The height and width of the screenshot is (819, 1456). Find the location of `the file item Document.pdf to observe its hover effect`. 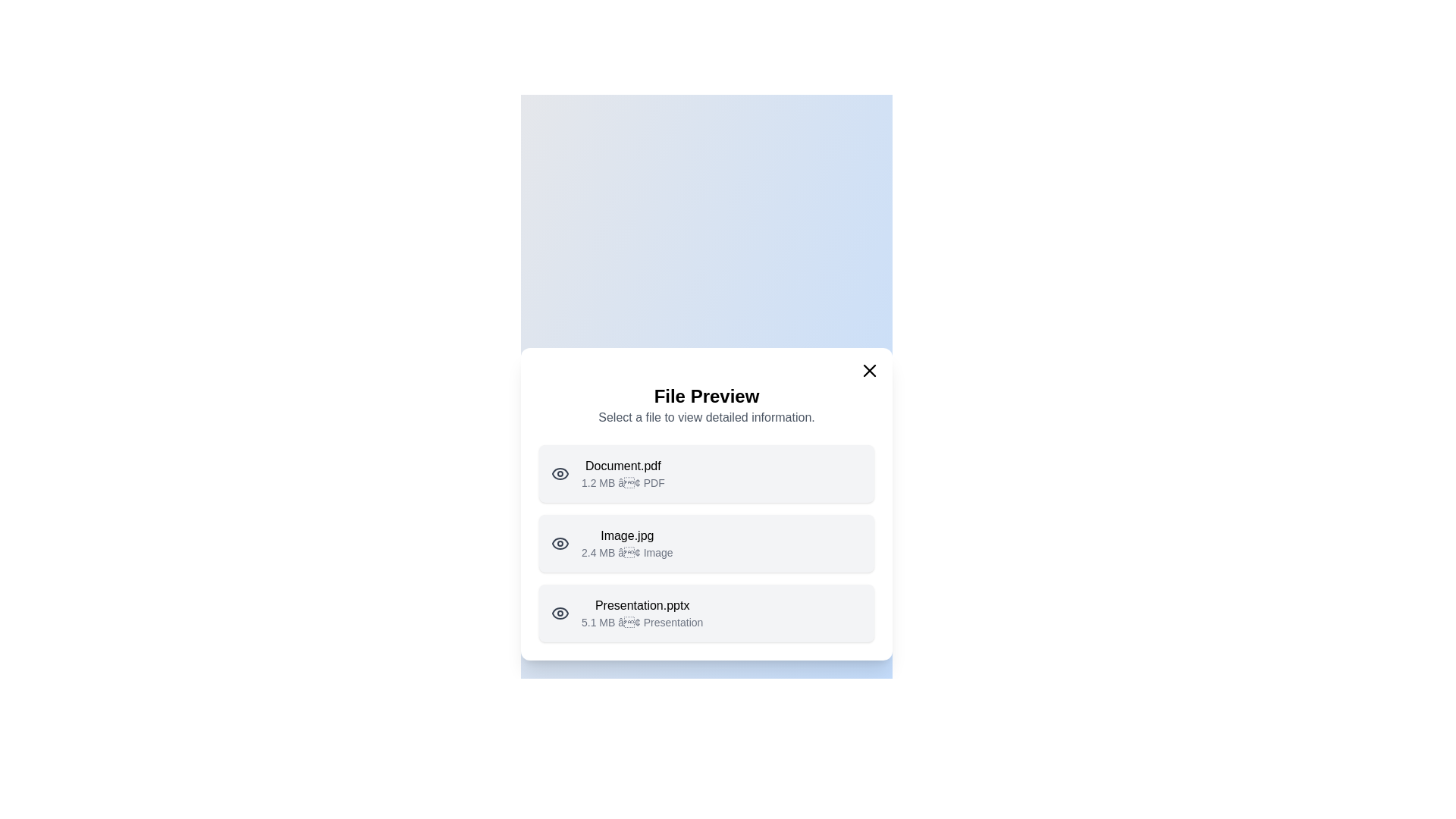

the file item Document.pdf to observe its hover effect is located at coordinates (705, 472).